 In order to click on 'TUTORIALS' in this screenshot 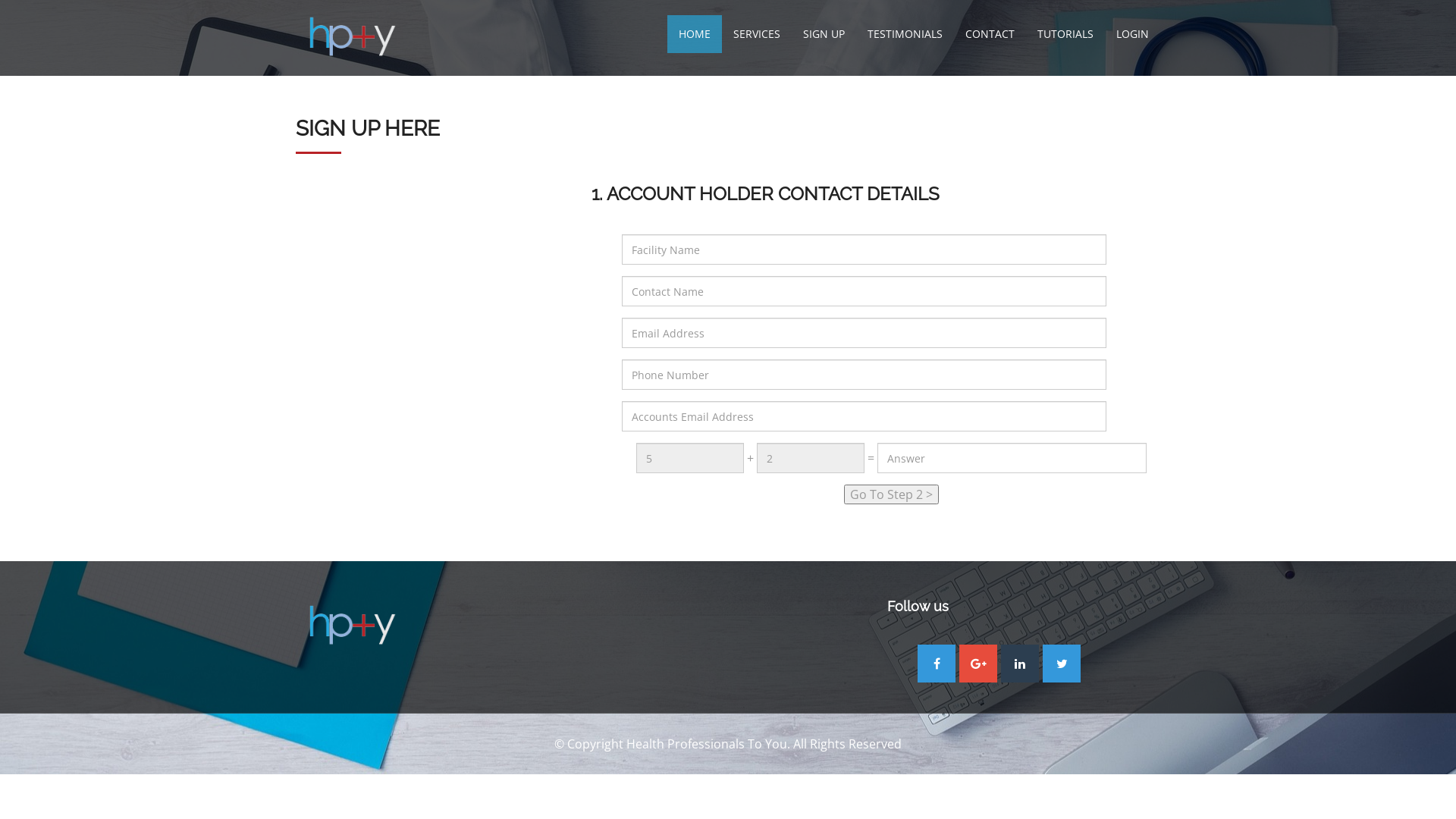, I will do `click(1065, 34)`.